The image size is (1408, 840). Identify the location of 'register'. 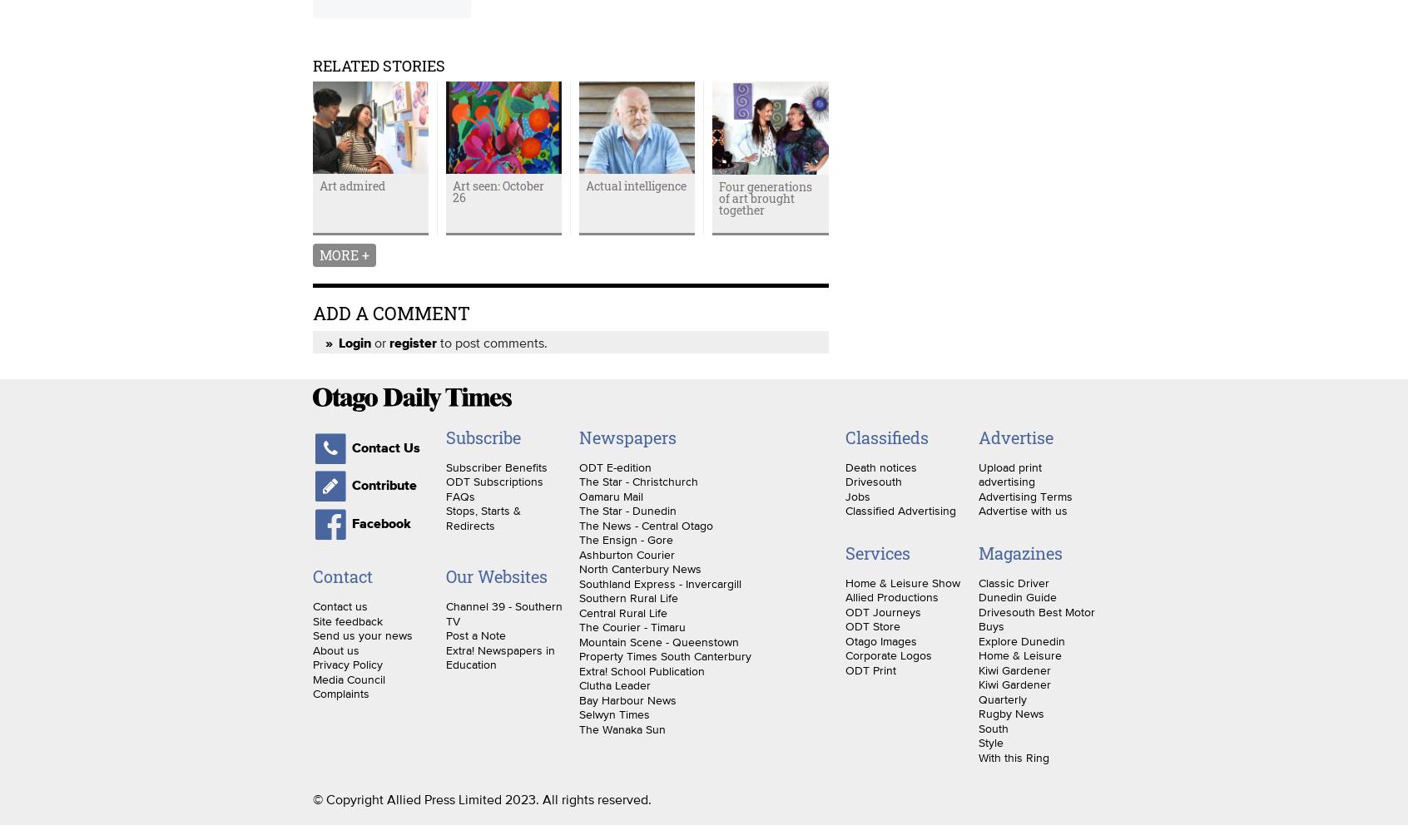
(413, 342).